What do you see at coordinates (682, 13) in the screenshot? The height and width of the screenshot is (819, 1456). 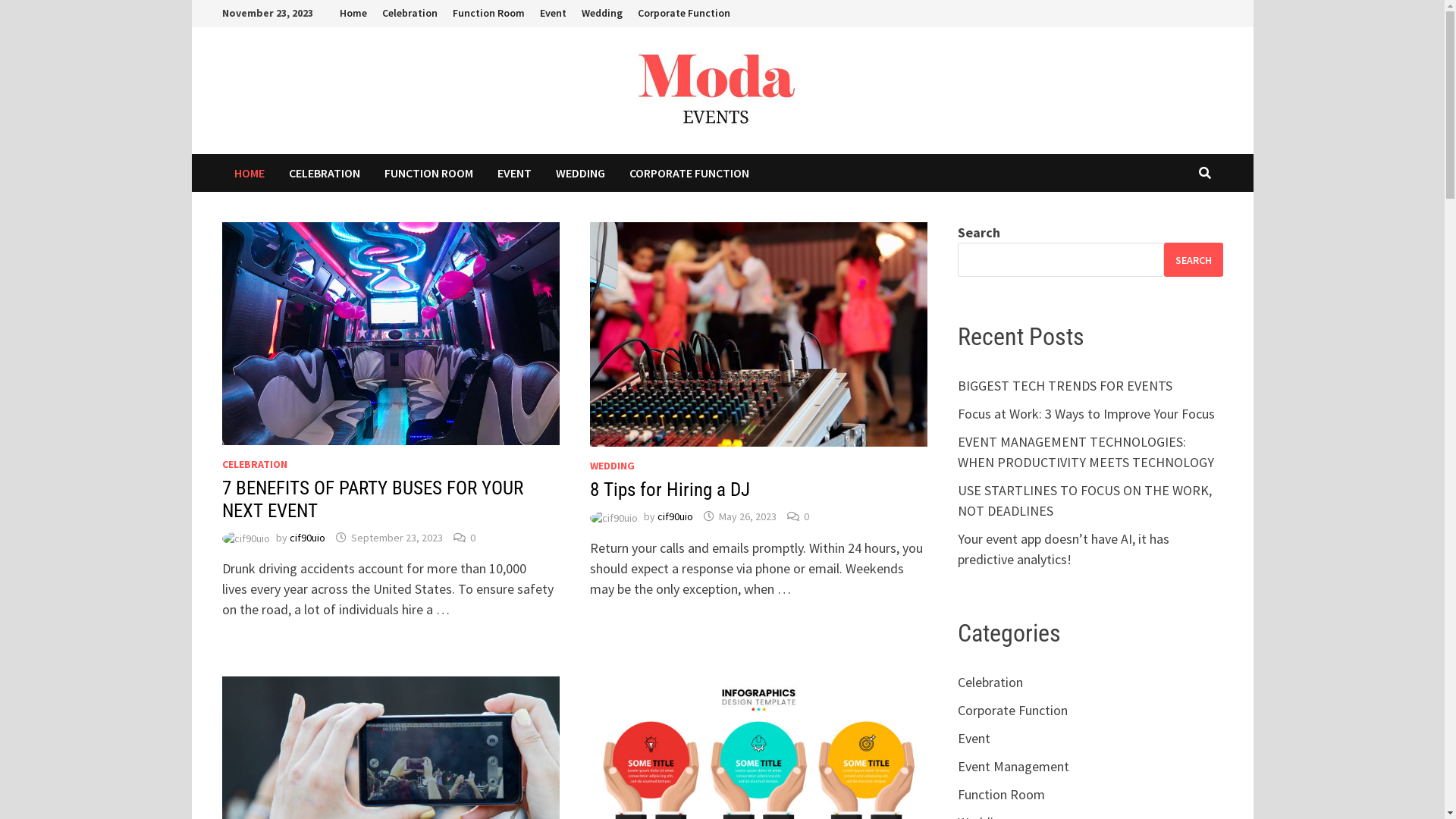 I see `'Corporate Function'` at bounding box center [682, 13].